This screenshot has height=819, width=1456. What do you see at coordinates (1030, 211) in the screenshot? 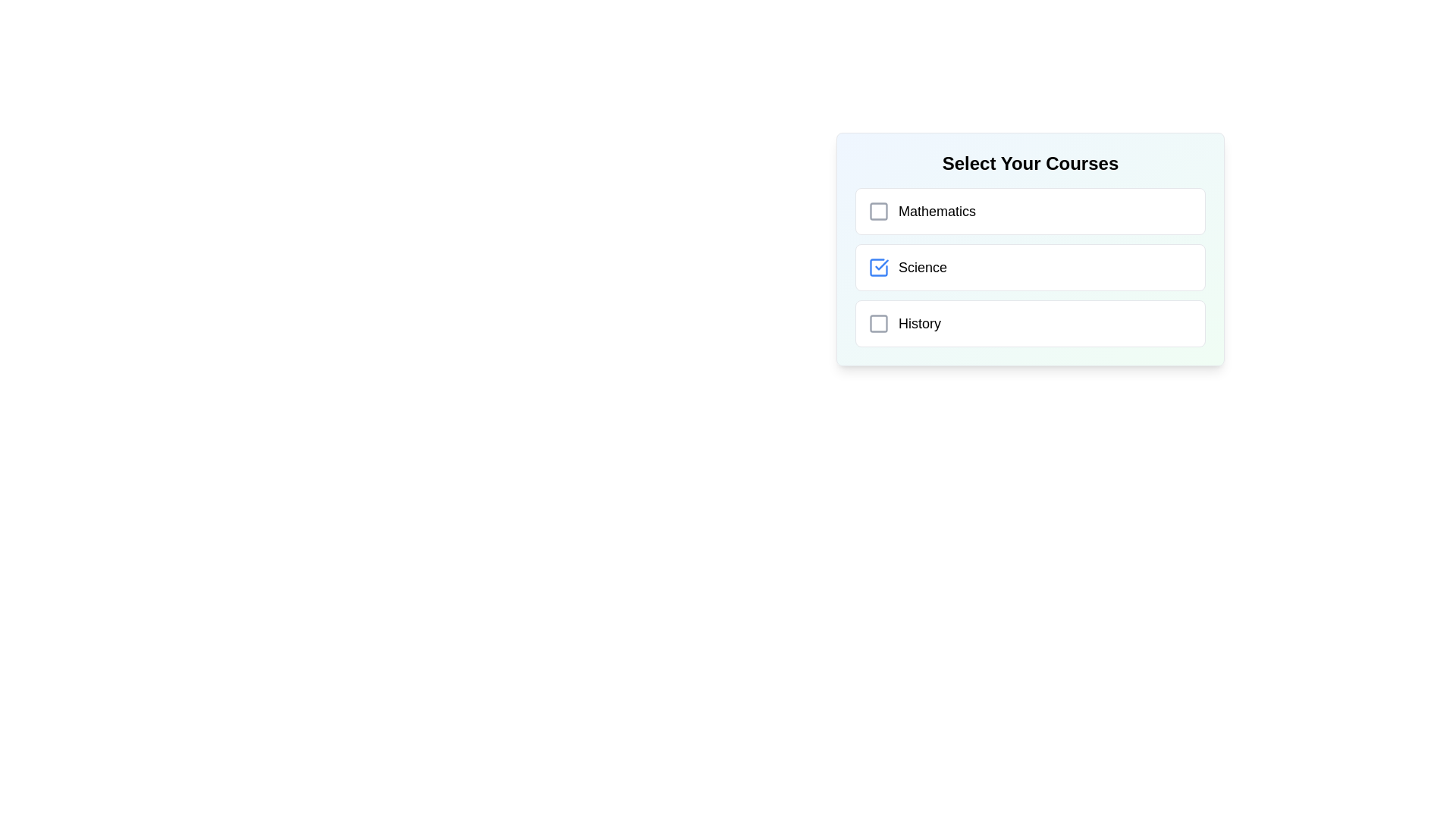
I see `the checkbox labeled 'Mathematics' using keyboard navigation` at bounding box center [1030, 211].